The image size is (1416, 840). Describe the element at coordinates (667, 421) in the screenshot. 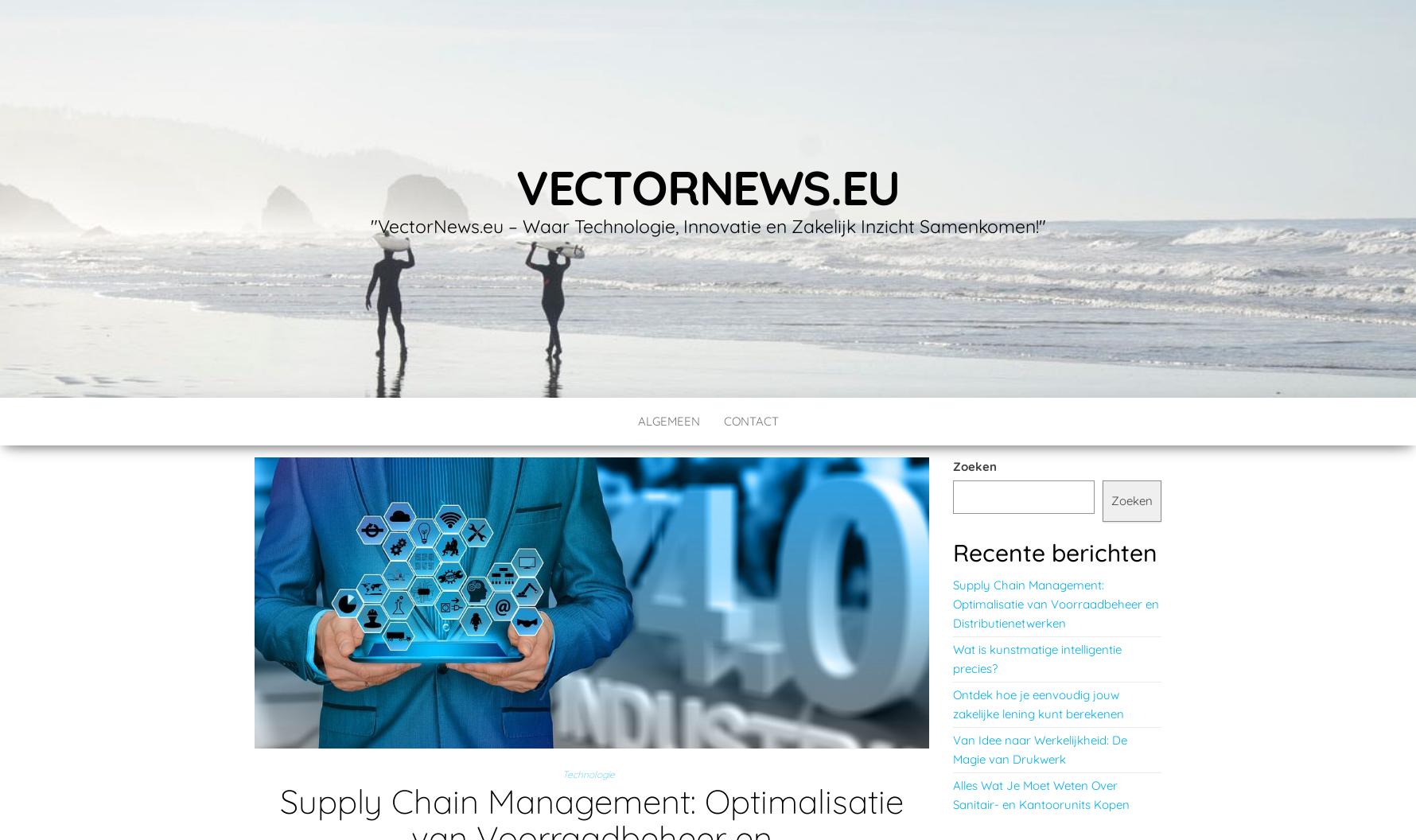

I see `'Algemeen'` at that location.